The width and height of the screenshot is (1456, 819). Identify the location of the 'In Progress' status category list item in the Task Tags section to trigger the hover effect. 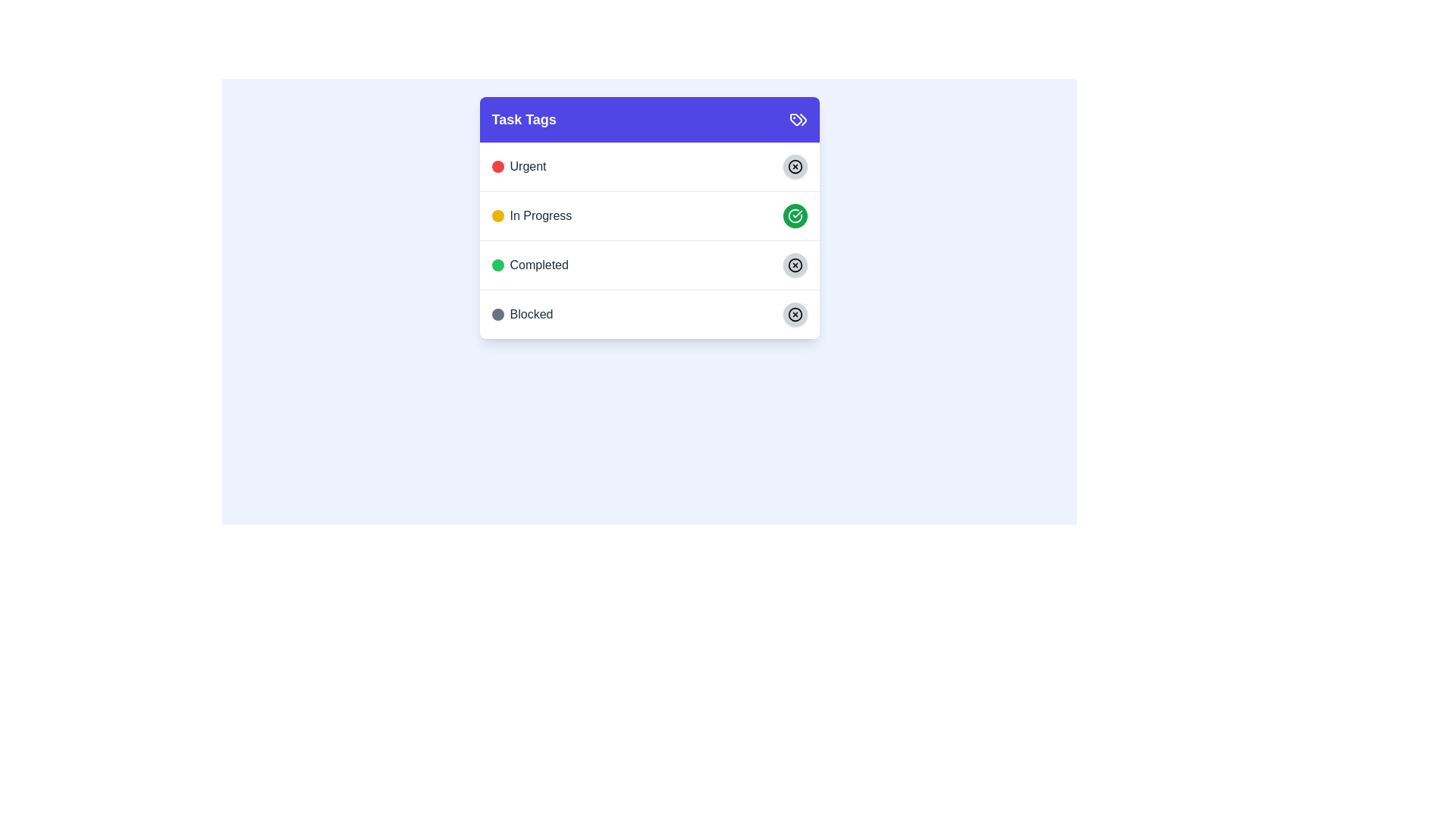
(649, 215).